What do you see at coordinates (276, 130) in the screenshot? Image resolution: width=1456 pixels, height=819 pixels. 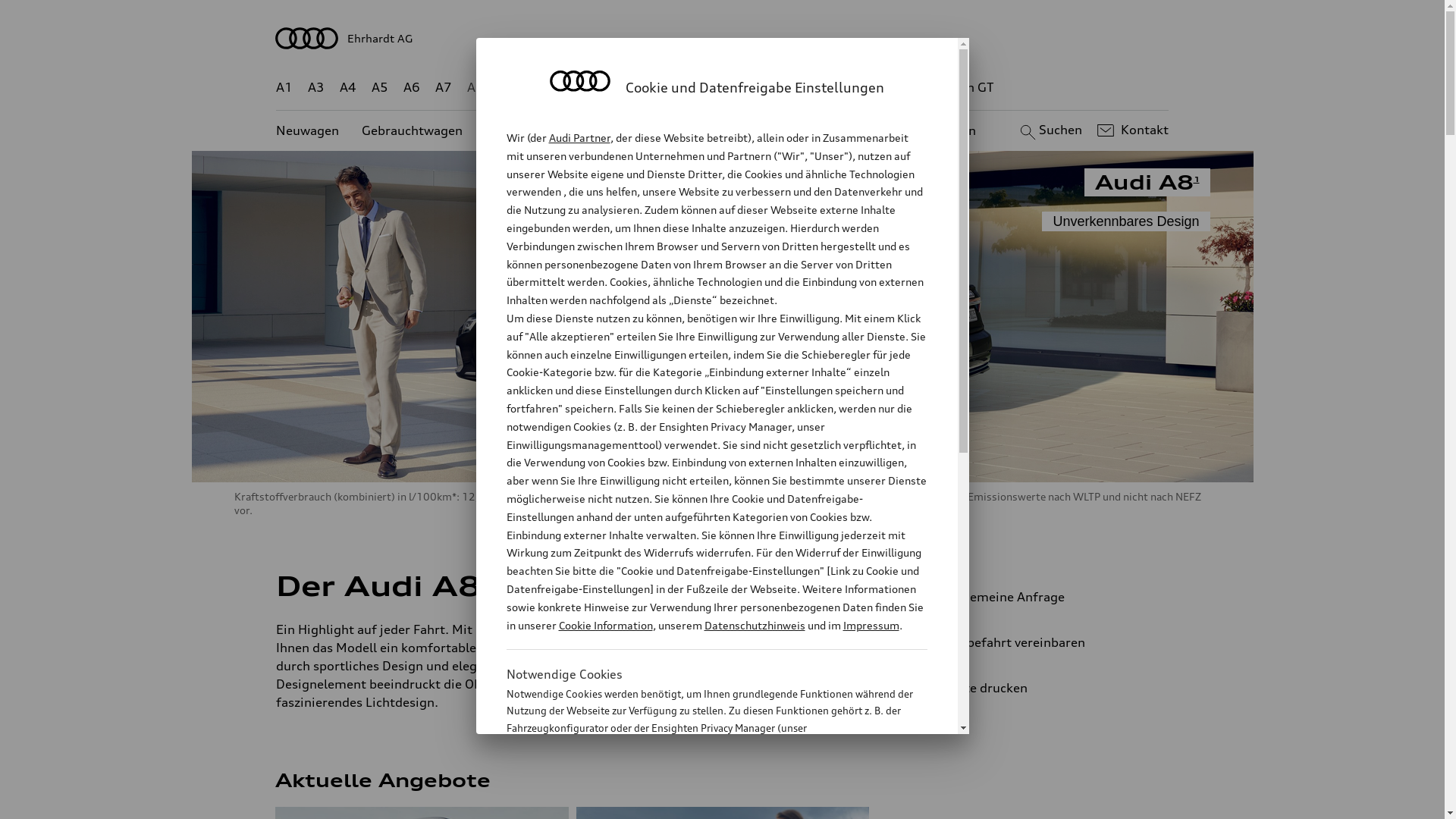 I see `'Neuwagen'` at bounding box center [276, 130].